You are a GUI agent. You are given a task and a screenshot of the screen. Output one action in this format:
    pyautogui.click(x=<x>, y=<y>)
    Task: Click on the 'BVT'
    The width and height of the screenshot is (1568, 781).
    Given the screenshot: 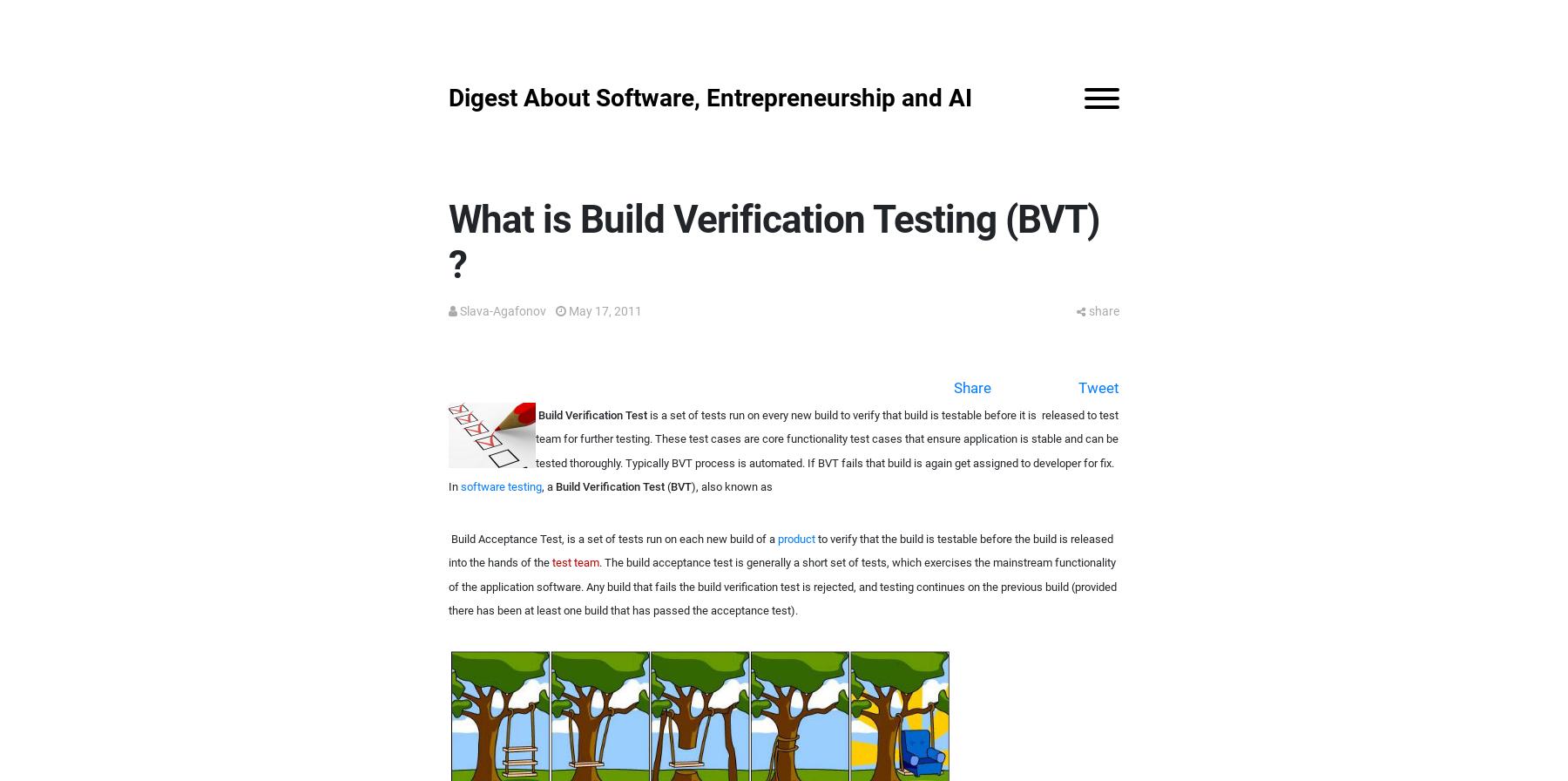 What is the action you would take?
    pyautogui.click(x=679, y=486)
    